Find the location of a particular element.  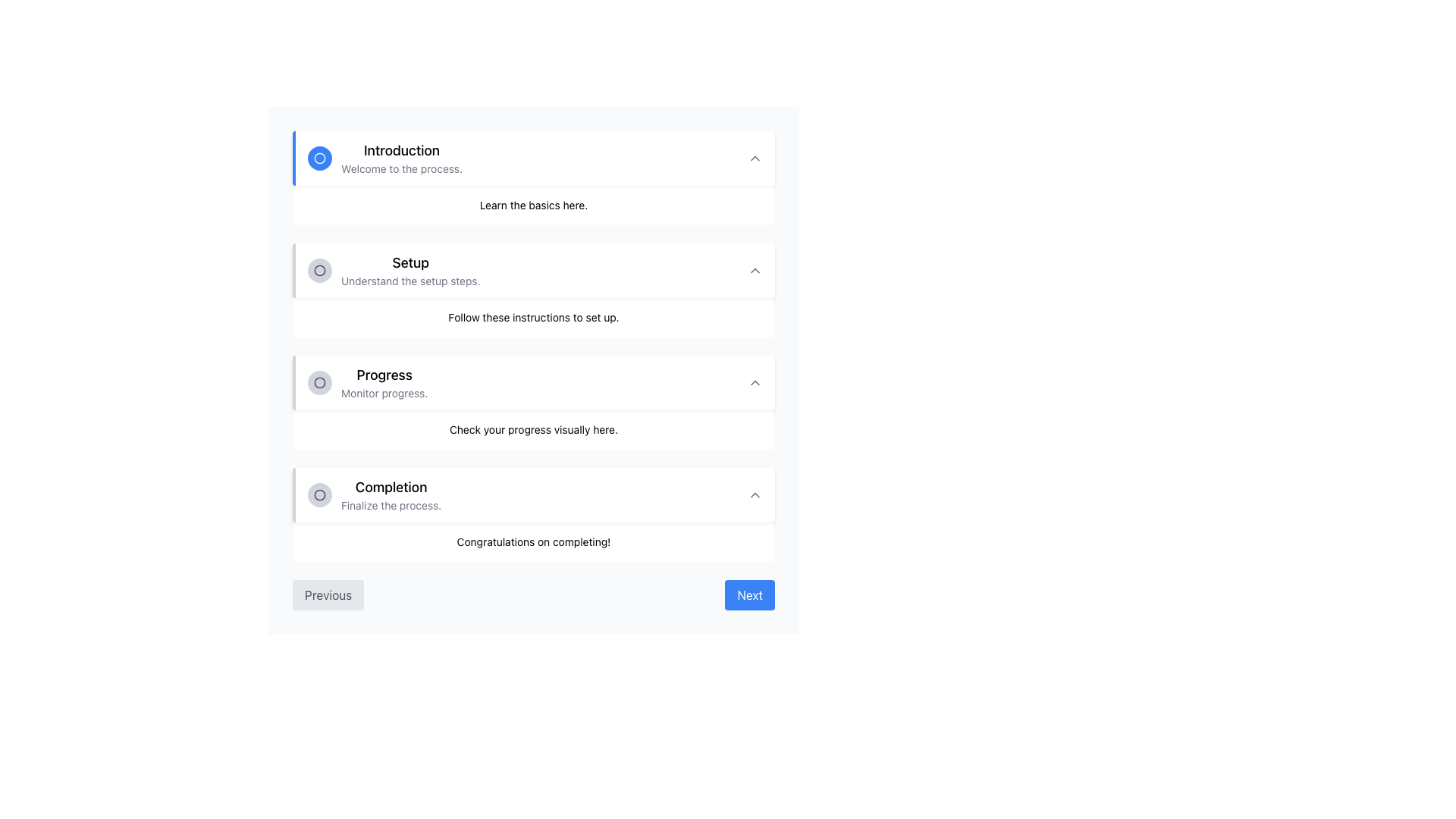

the upward-pointing chevron icon in the upper right corner of the 'Introduction' collapsible panel is located at coordinates (755, 158).